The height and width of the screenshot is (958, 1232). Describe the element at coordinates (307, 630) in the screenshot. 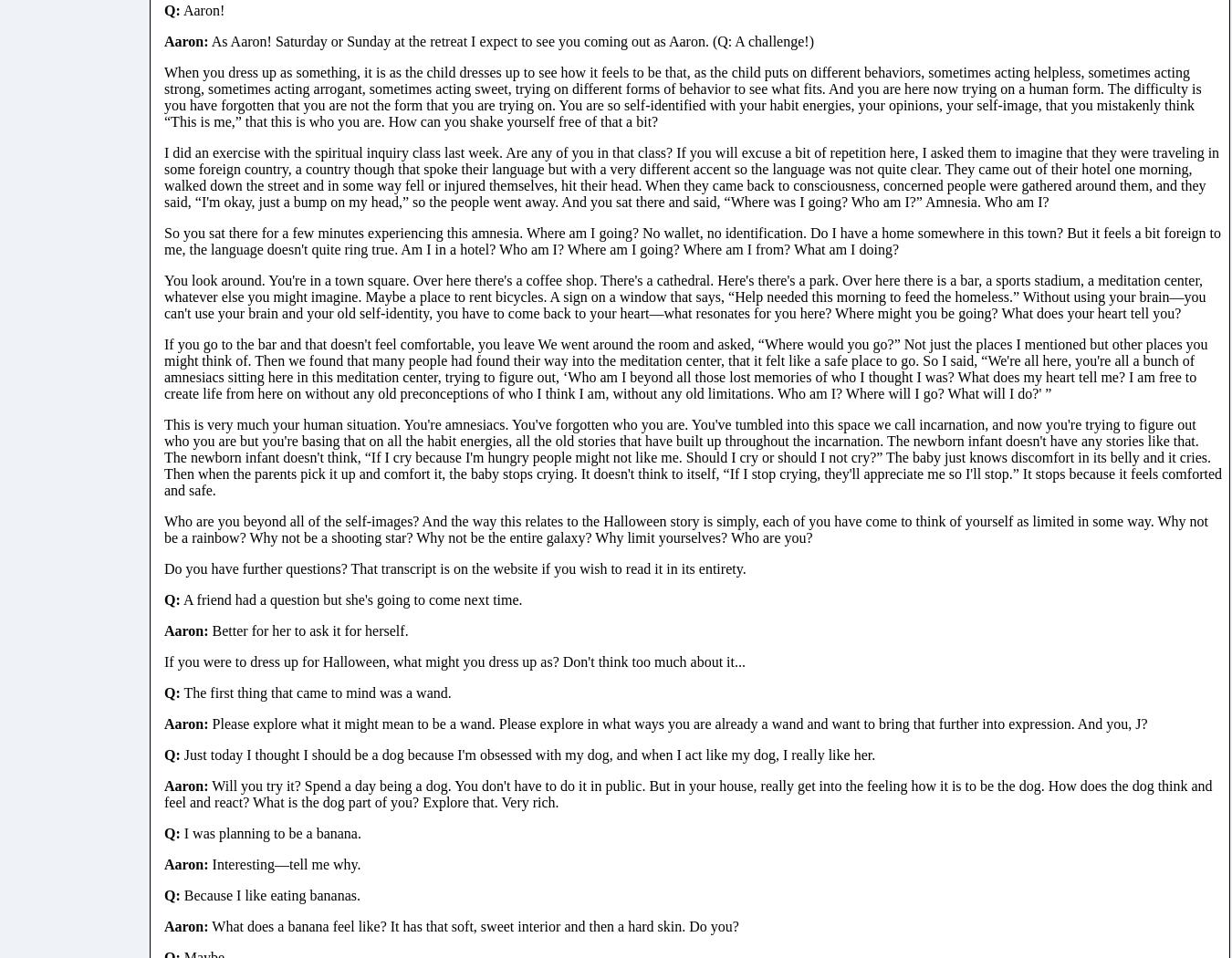

I see `'Better for her to ask it for herself.'` at that location.